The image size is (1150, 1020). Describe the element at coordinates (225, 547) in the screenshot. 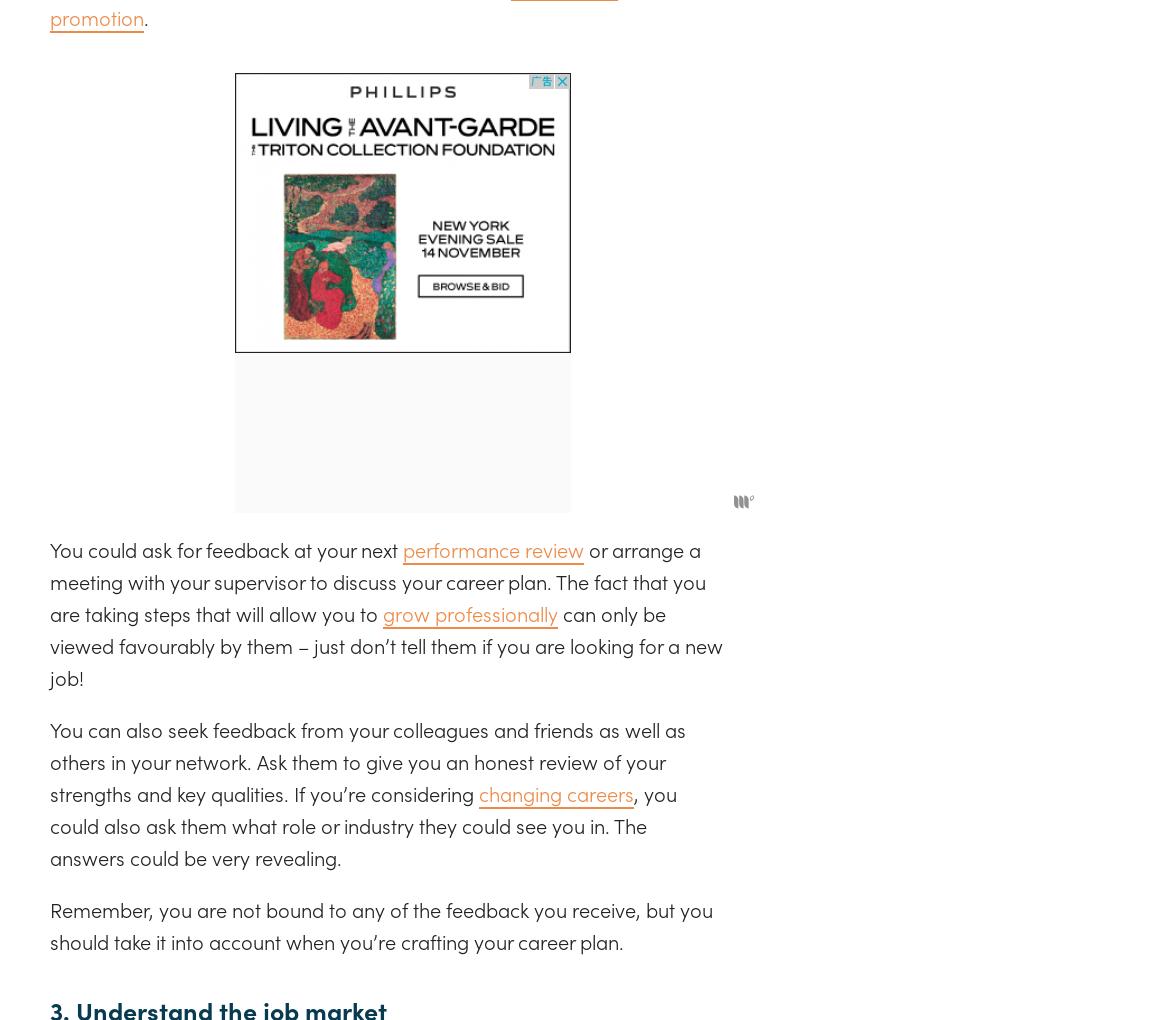

I see `'You could ask for feedback at your next'` at that location.